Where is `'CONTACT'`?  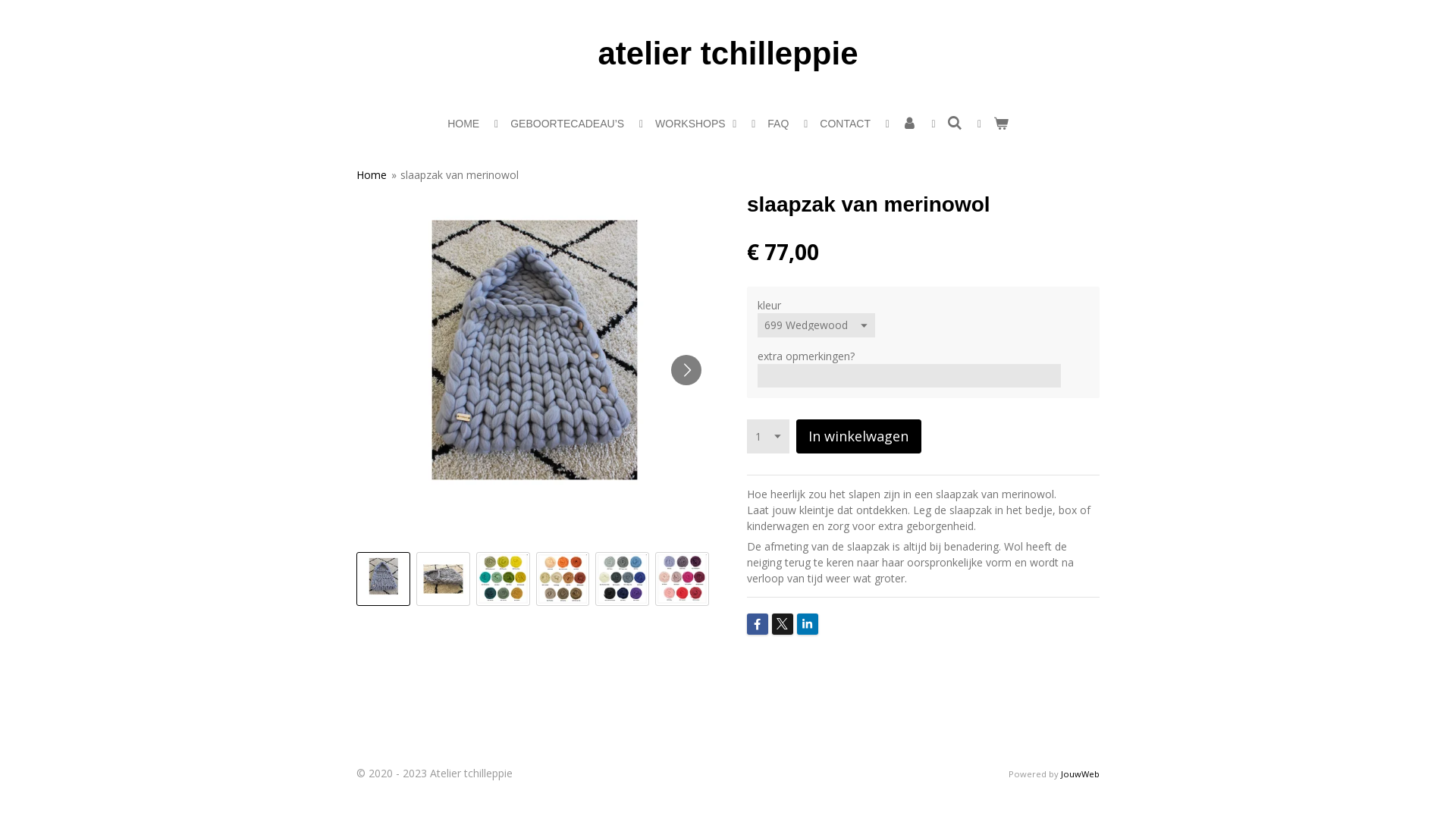
'CONTACT' is located at coordinates (844, 123).